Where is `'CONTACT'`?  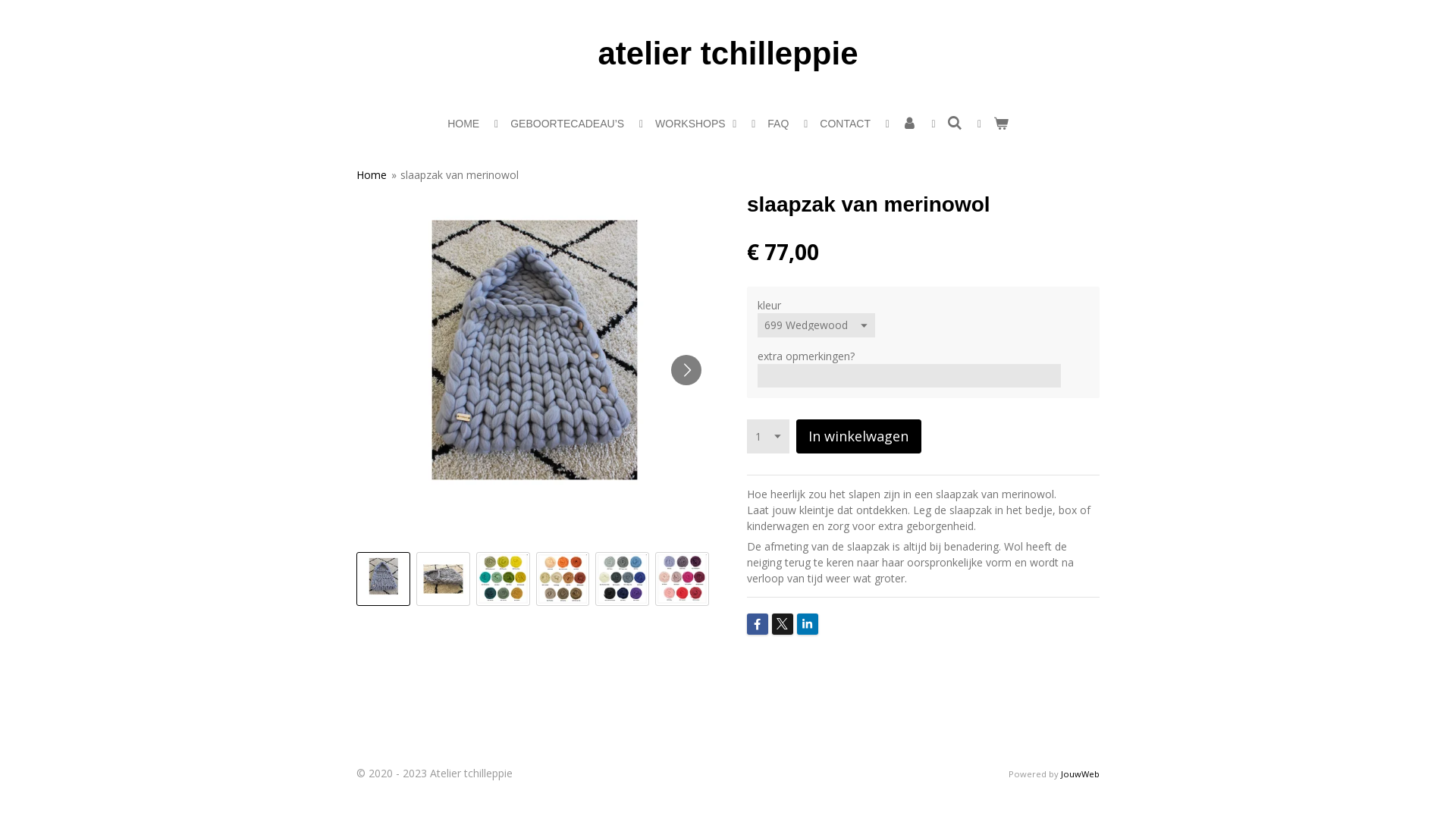
'CONTACT' is located at coordinates (844, 123).